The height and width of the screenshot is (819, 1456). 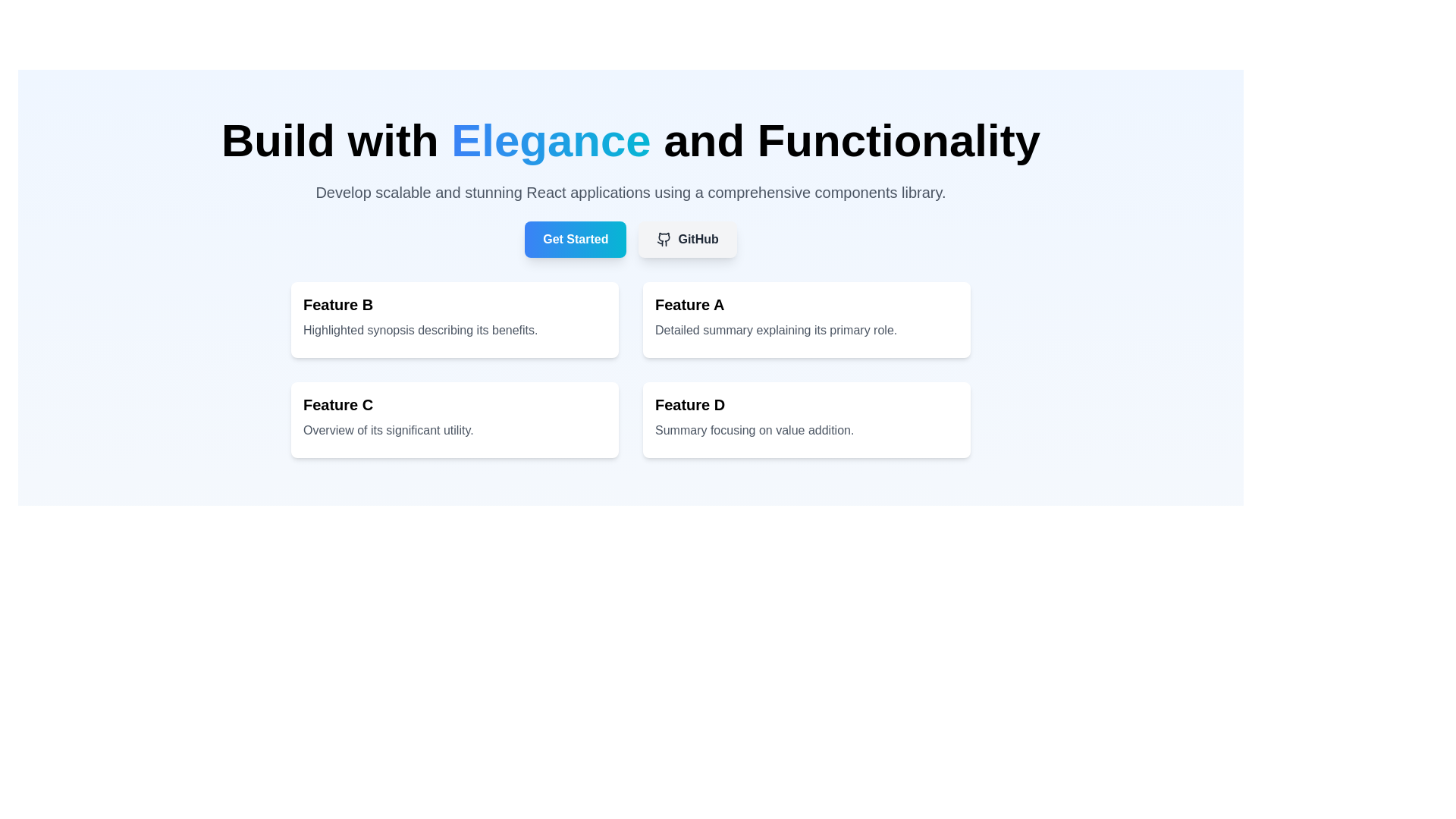 What do you see at coordinates (454, 329) in the screenshot?
I see `text element located directly below the 'Feature B' header in the upper-left quadrant of the grid layout, which serves as a brief description or summary of 'Feature B'` at bounding box center [454, 329].